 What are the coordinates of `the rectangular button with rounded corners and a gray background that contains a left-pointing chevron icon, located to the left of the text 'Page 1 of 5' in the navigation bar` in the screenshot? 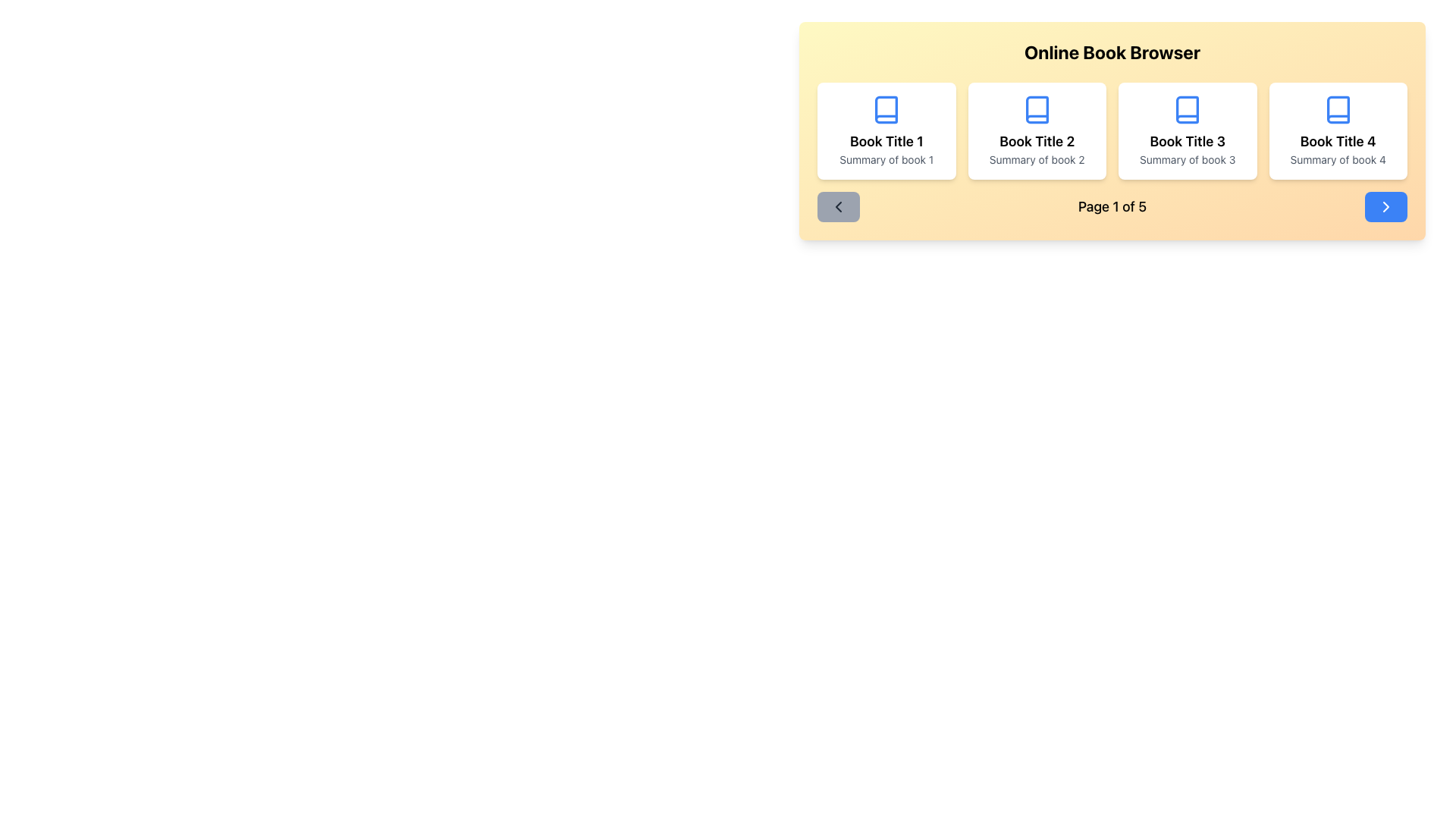 It's located at (837, 207).